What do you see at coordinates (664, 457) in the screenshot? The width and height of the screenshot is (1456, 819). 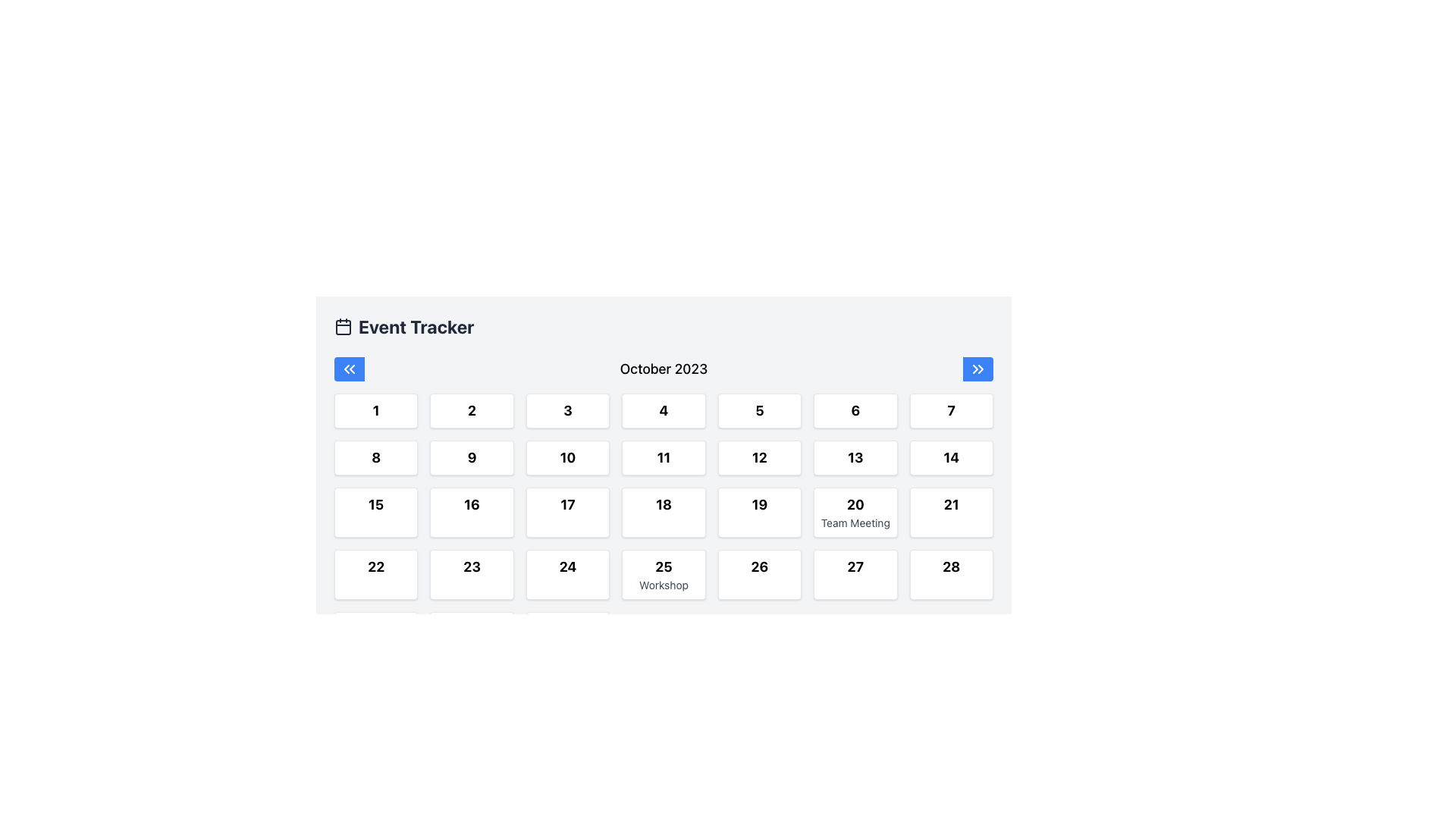 I see `the text label displaying '11' in bold font within the bordered box on the calendar` at bounding box center [664, 457].